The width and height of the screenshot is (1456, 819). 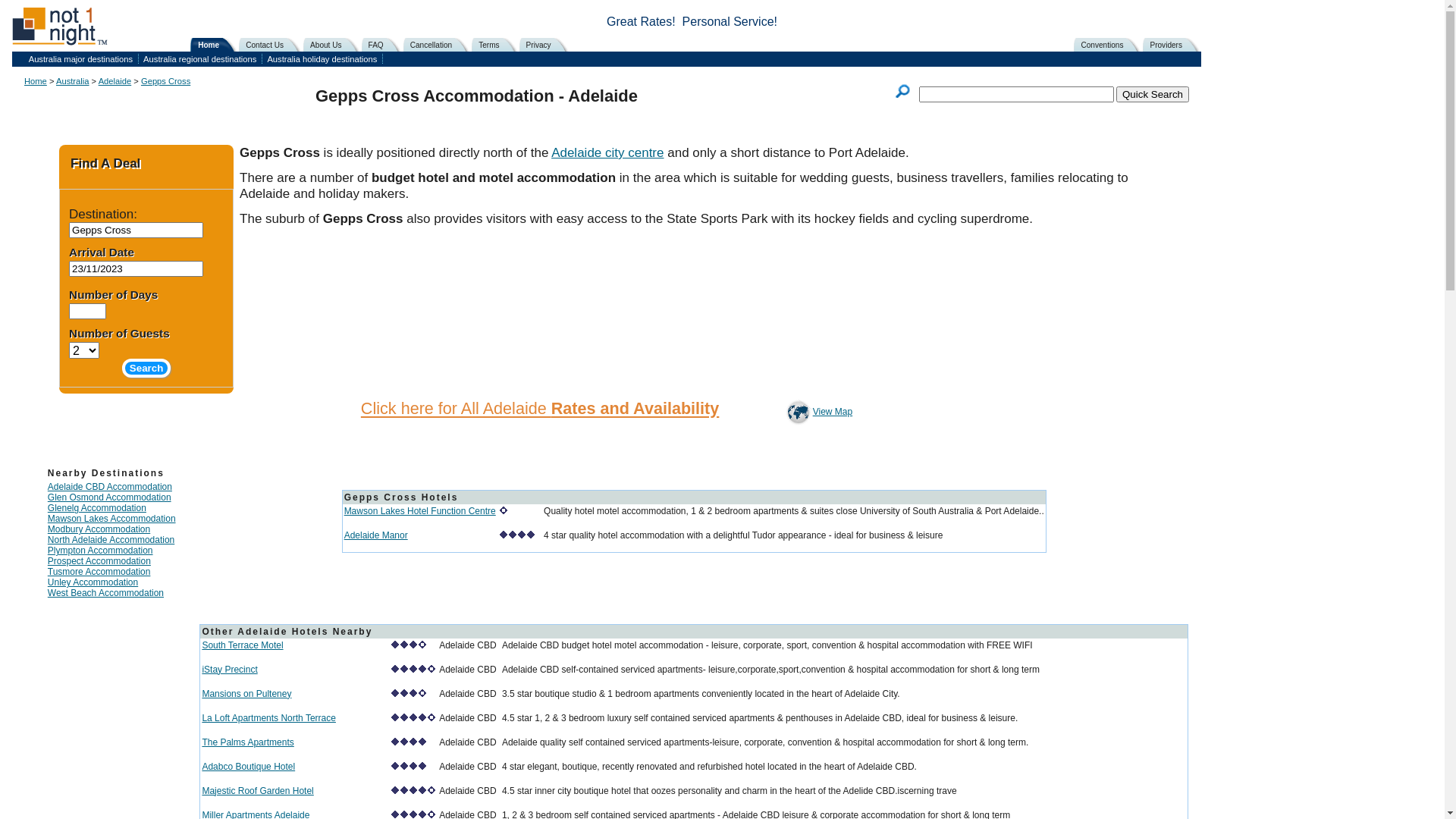 What do you see at coordinates (47, 581) in the screenshot?
I see `'Unley Accommodation'` at bounding box center [47, 581].